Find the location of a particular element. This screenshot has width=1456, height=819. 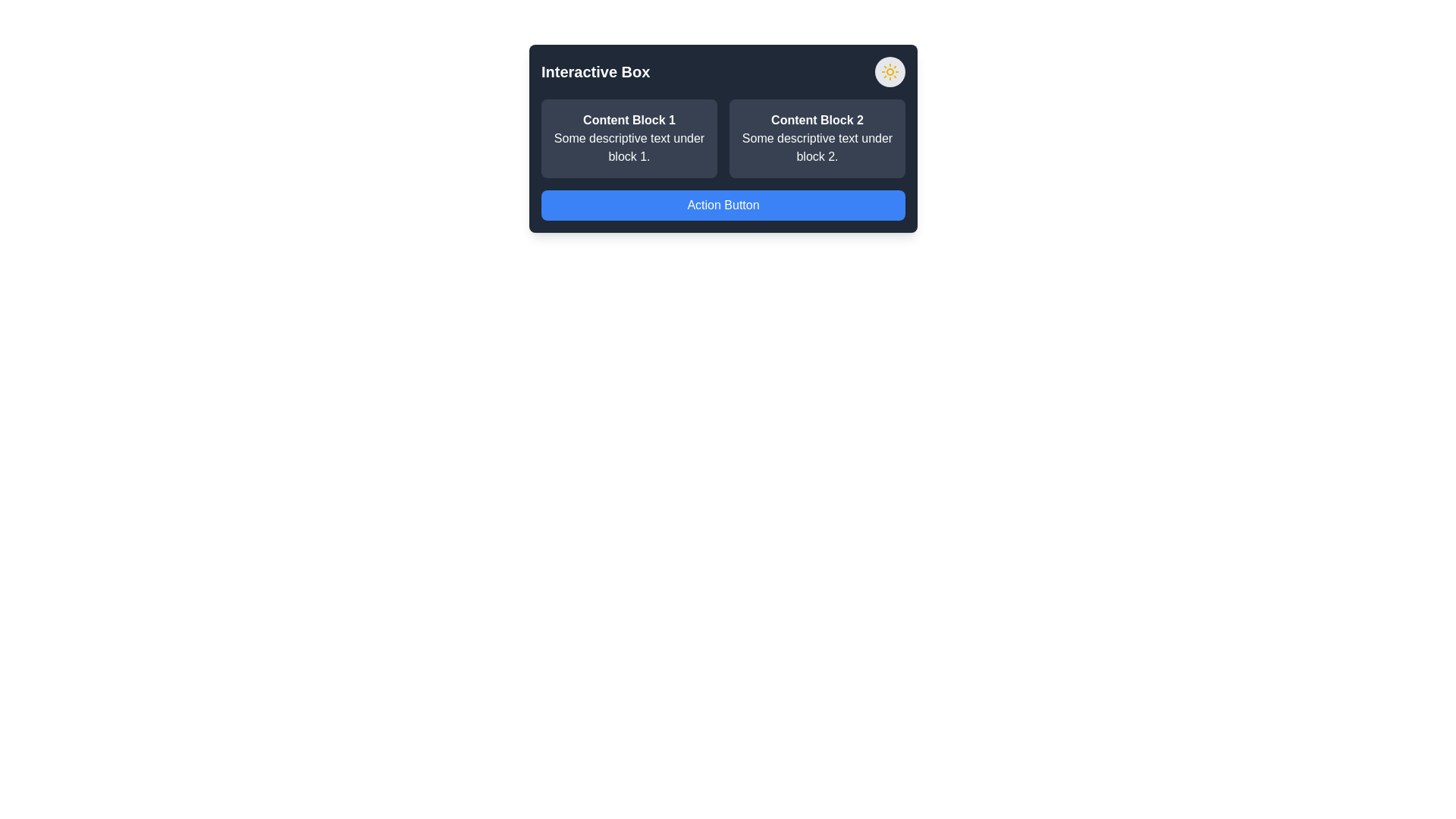

the button located below 'Content Block 1' and 'Content Block 2' within the 'Interactive Box' to change its background color is located at coordinates (723, 205).